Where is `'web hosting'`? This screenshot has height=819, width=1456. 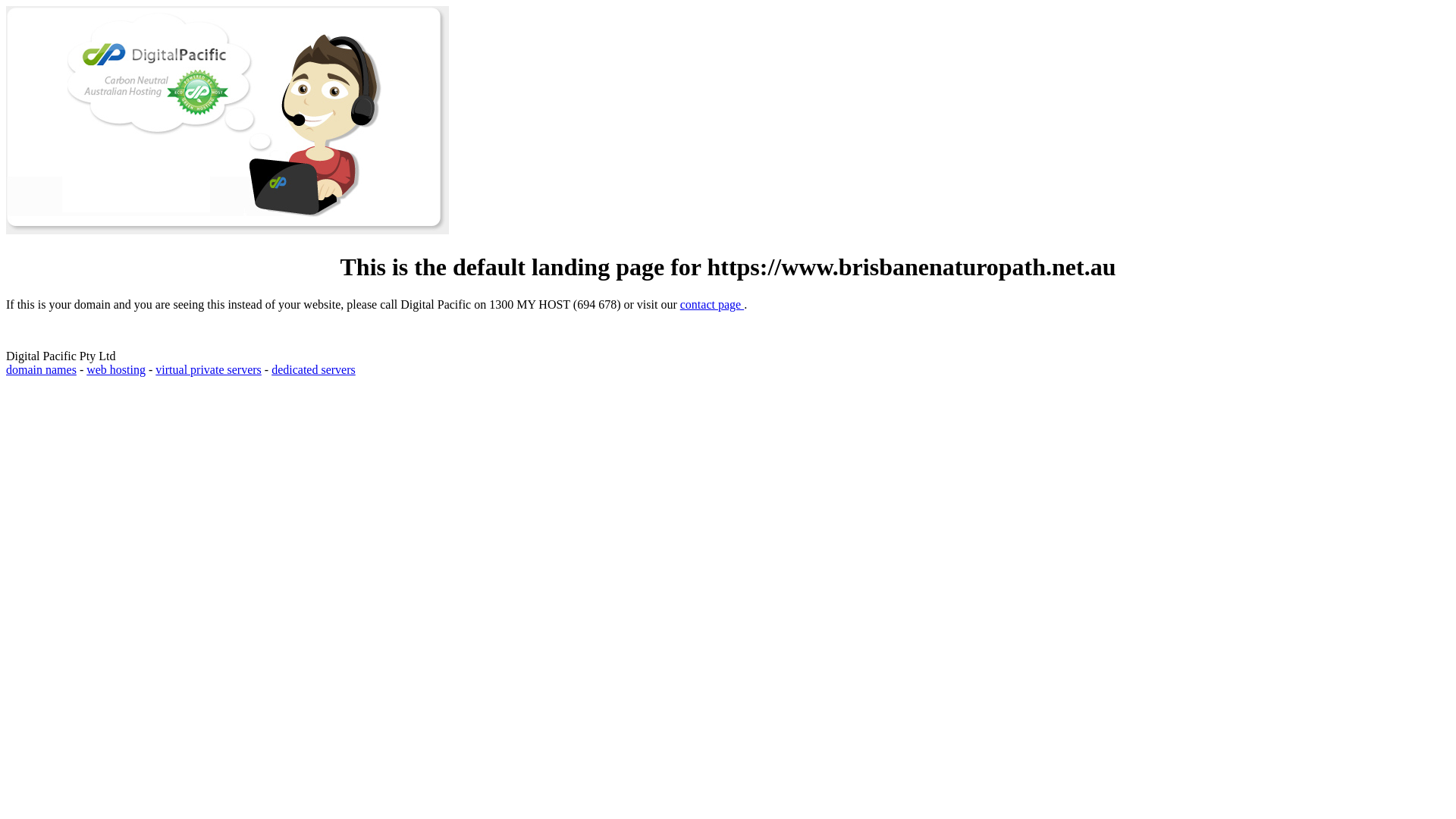 'web hosting' is located at coordinates (115, 369).